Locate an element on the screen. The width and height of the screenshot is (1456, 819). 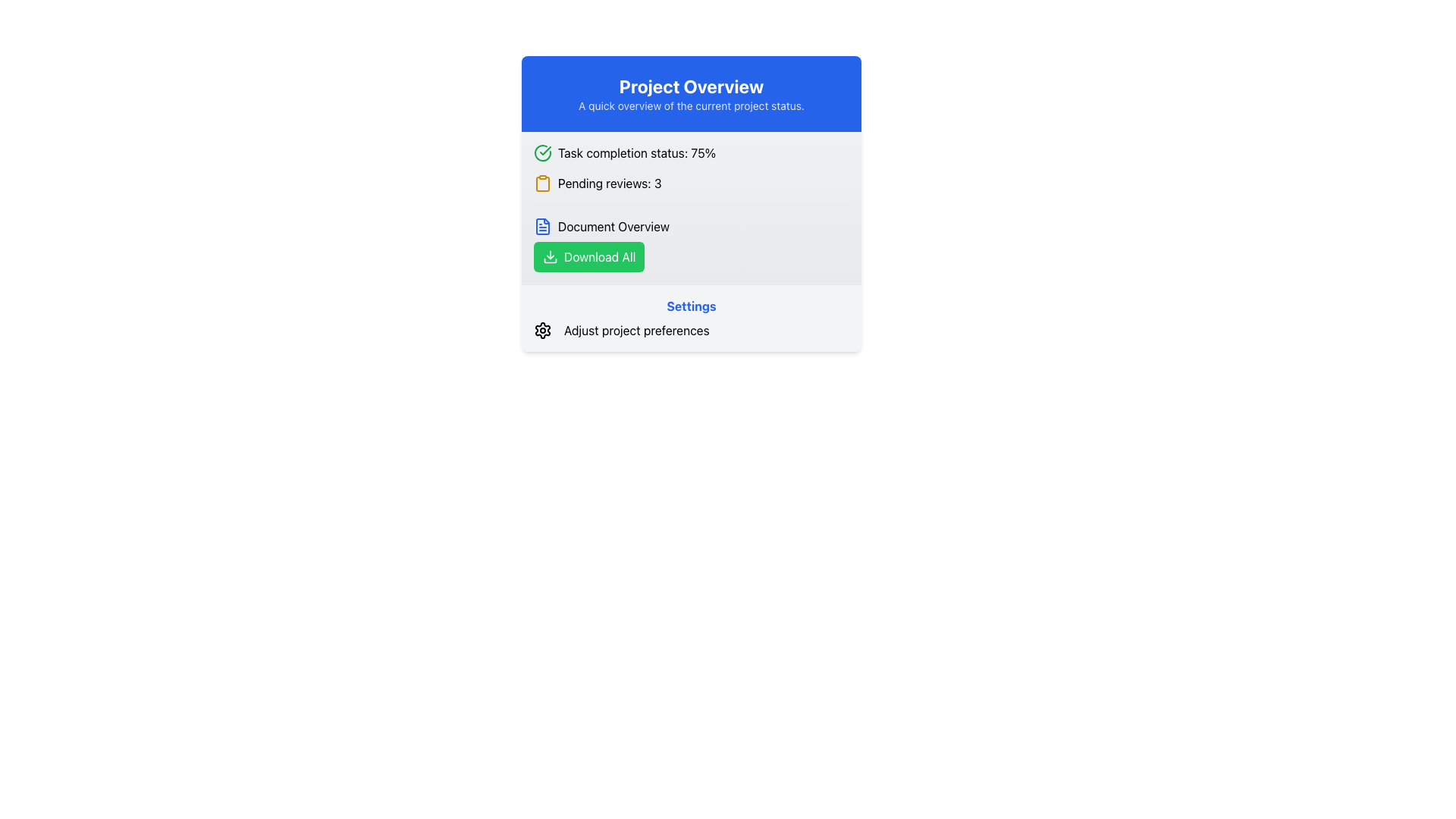
the 'Document Overview' text label, which is displayed in bold black font and aligned with a blue document icon to its left is located at coordinates (613, 227).